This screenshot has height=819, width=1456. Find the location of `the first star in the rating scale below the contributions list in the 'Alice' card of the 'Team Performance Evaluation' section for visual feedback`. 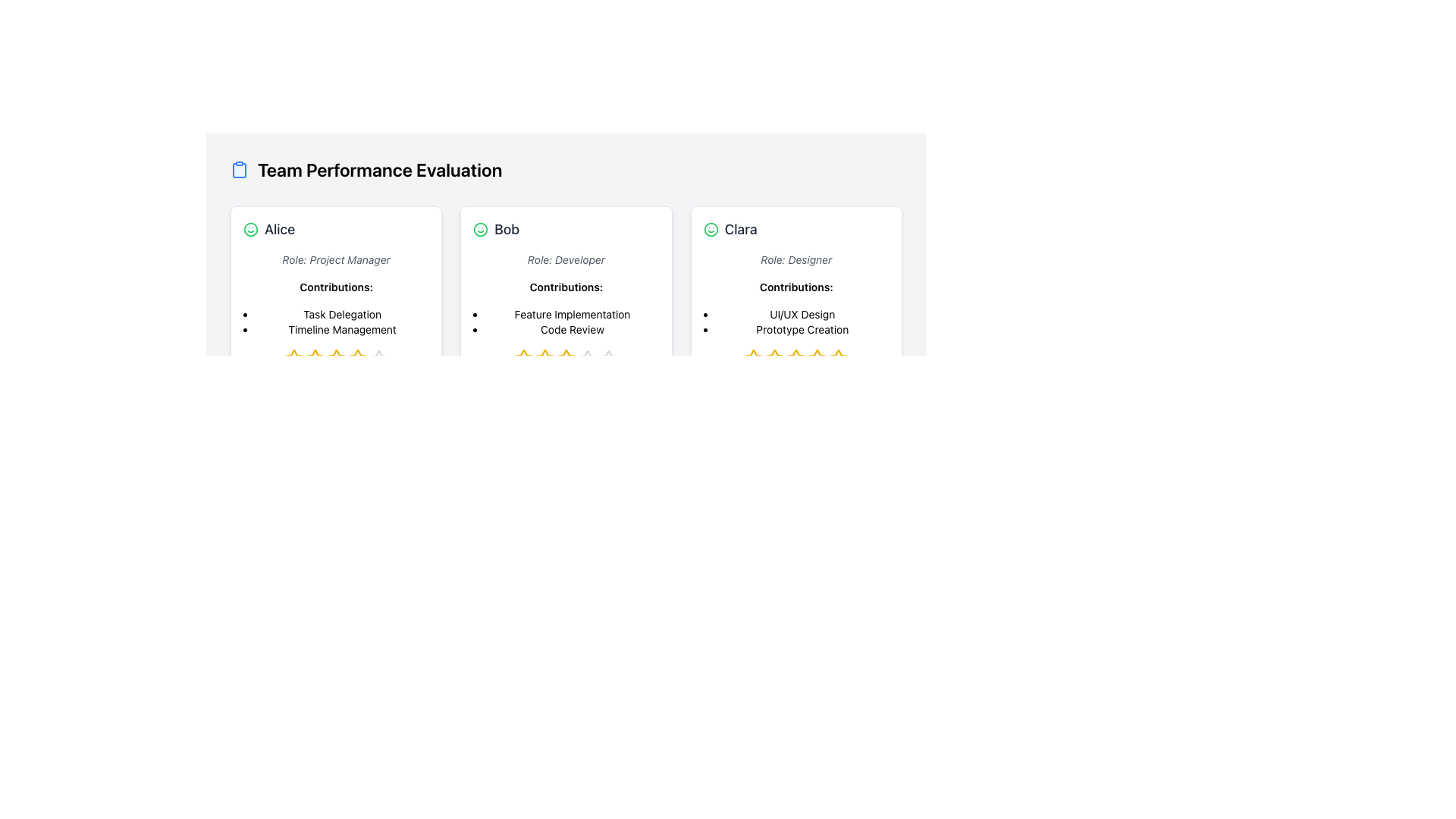

the first star in the rating scale below the contributions list in the 'Alice' card of the 'Team Performance Evaluation' section for visual feedback is located at coordinates (293, 359).